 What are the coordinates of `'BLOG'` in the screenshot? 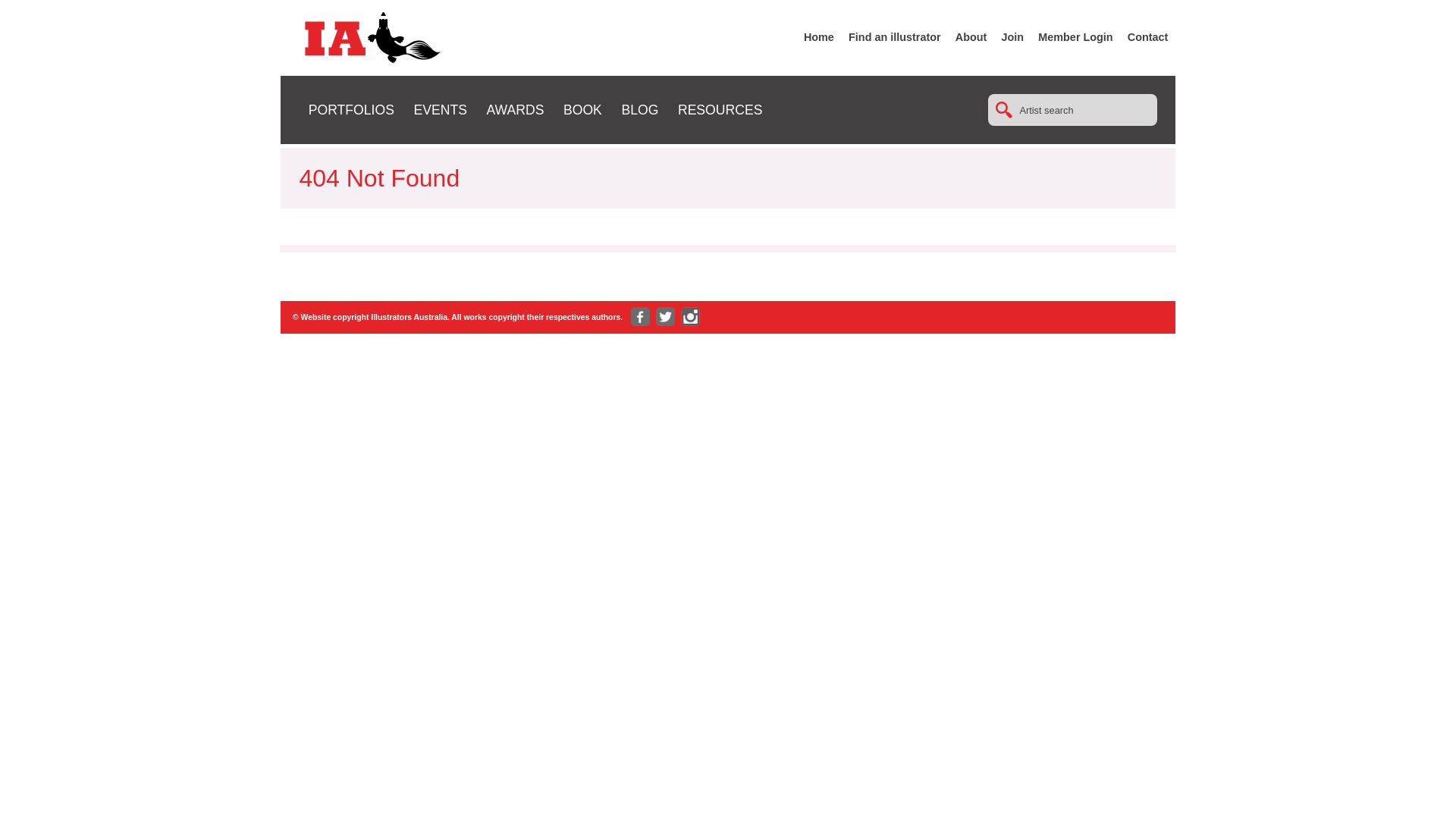 It's located at (639, 109).